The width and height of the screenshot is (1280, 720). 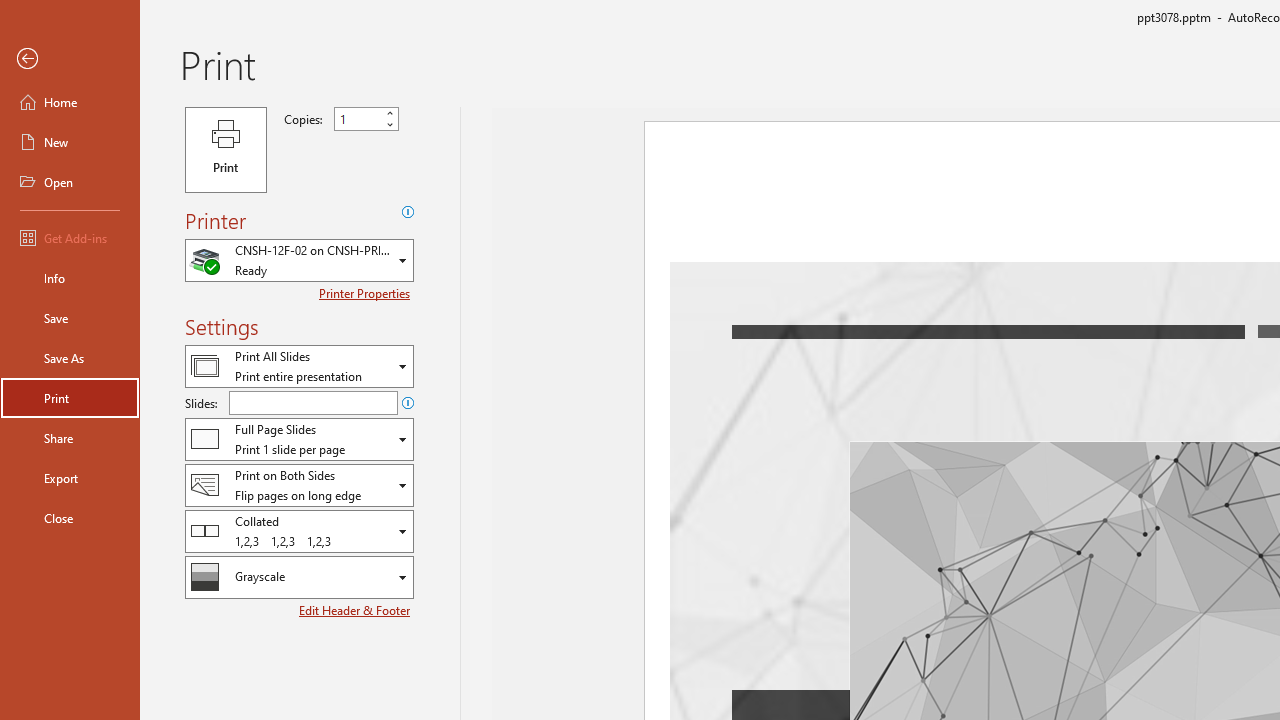 What do you see at coordinates (366, 119) in the screenshot?
I see `'Copies'` at bounding box center [366, 119].